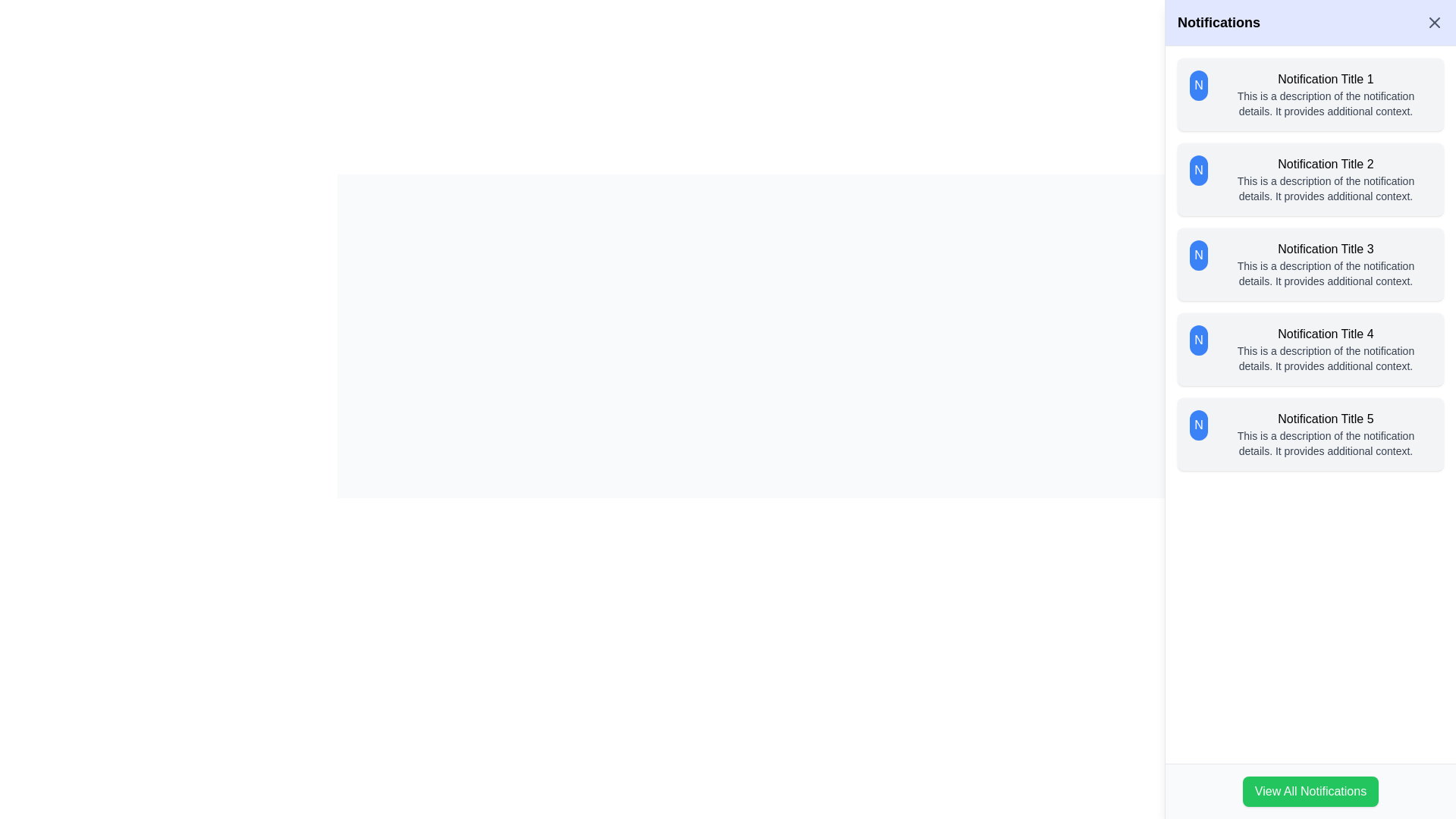  What do you see at coordinates (1325, 94) in the screenshot?
I see `the first notification item titled 'Notification Title 1'` at bounding box center [1325, 94].